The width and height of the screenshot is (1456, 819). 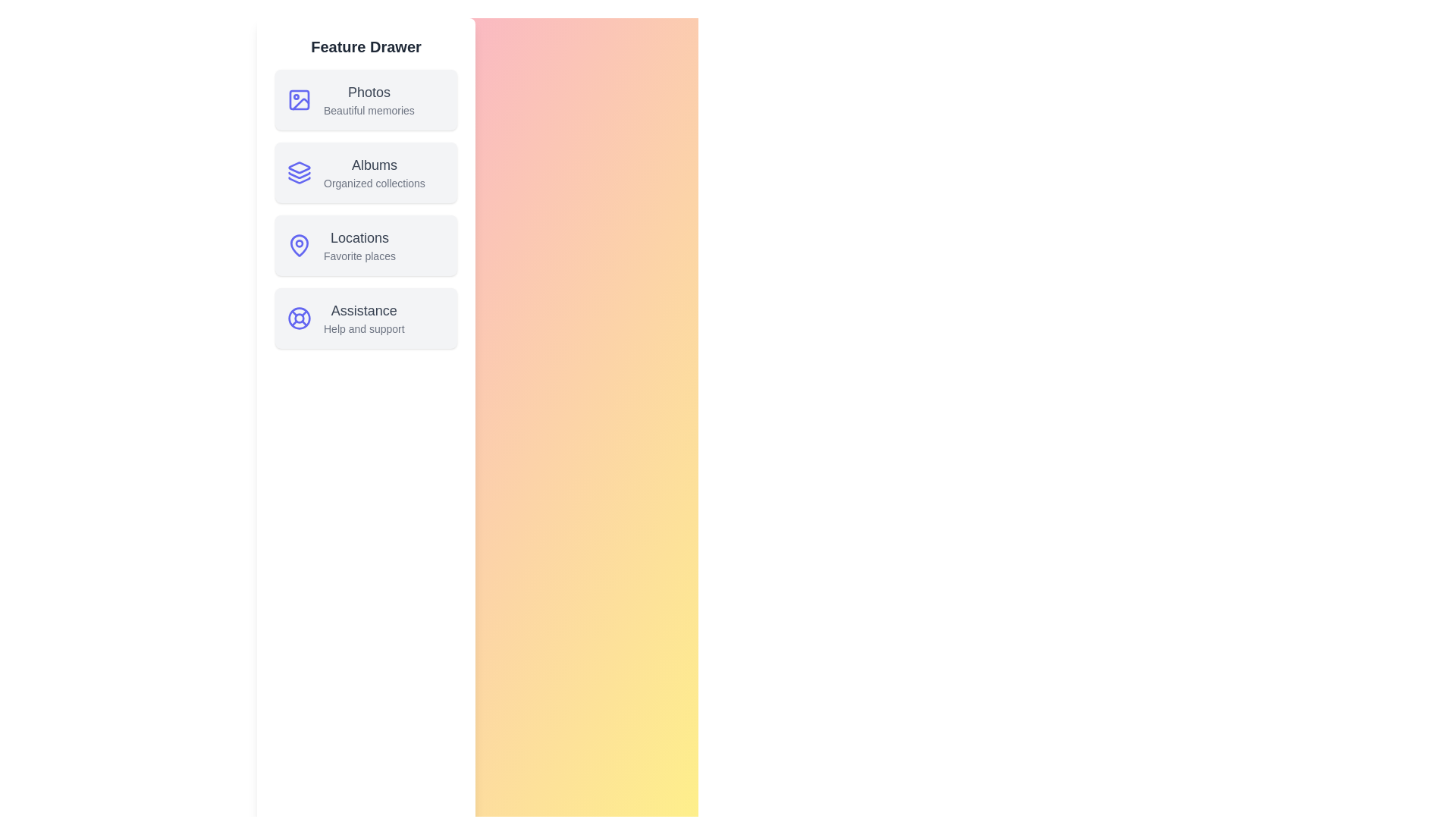 What do you see at coordinates (366, 318) in the screenshot?
I see `the feature item Assistance to reveal its effect` at bounding box center [366, 318].